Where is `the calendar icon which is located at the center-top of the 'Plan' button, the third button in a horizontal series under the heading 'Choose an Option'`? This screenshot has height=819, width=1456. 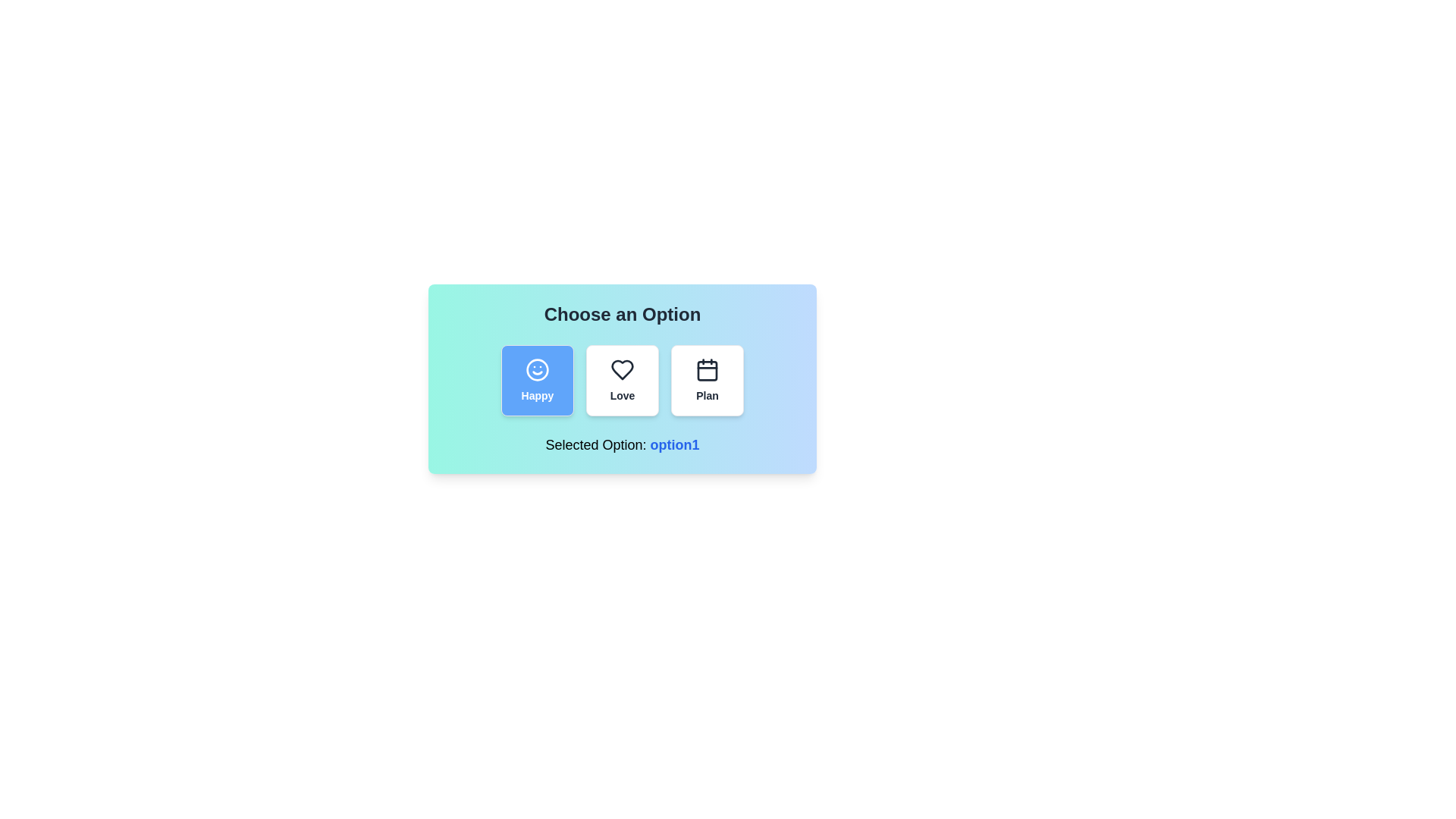
the calendar icon which is located at the center-top of the 'Plan' button, the third button in a horizontal series under the heading 'Choose an Option' is located at coordinates (706, 370).